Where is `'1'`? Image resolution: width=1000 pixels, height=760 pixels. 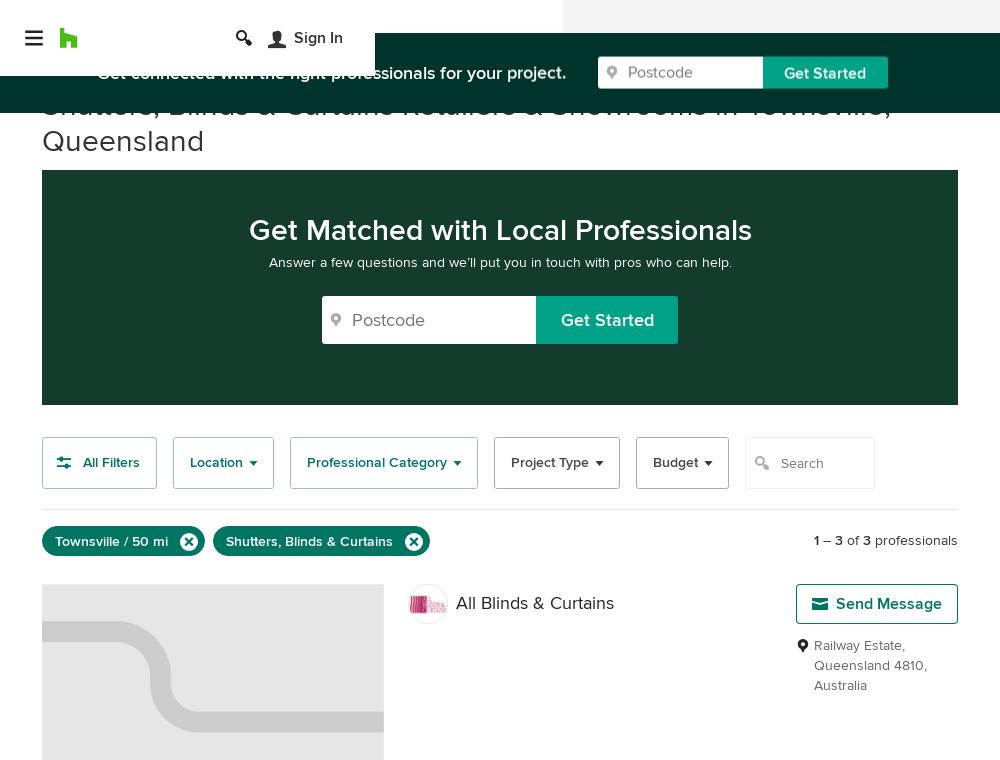
'1' is located at coordinates (815, 540).